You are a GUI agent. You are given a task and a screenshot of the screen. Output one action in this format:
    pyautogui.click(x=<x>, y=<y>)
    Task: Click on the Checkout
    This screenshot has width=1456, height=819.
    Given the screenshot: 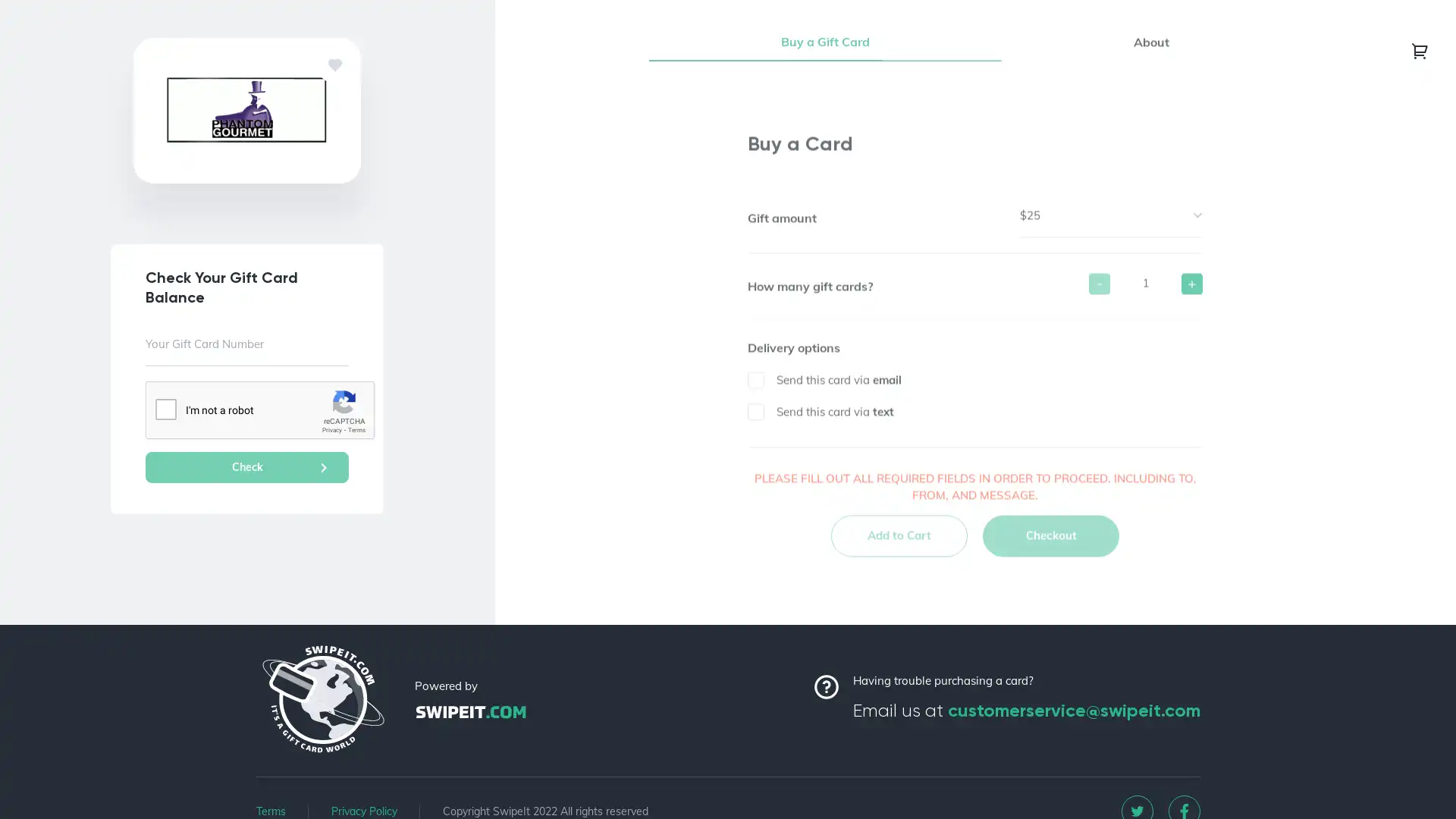 What is the action you would take?
    pyautogui.click(x=1050, y=542)
    